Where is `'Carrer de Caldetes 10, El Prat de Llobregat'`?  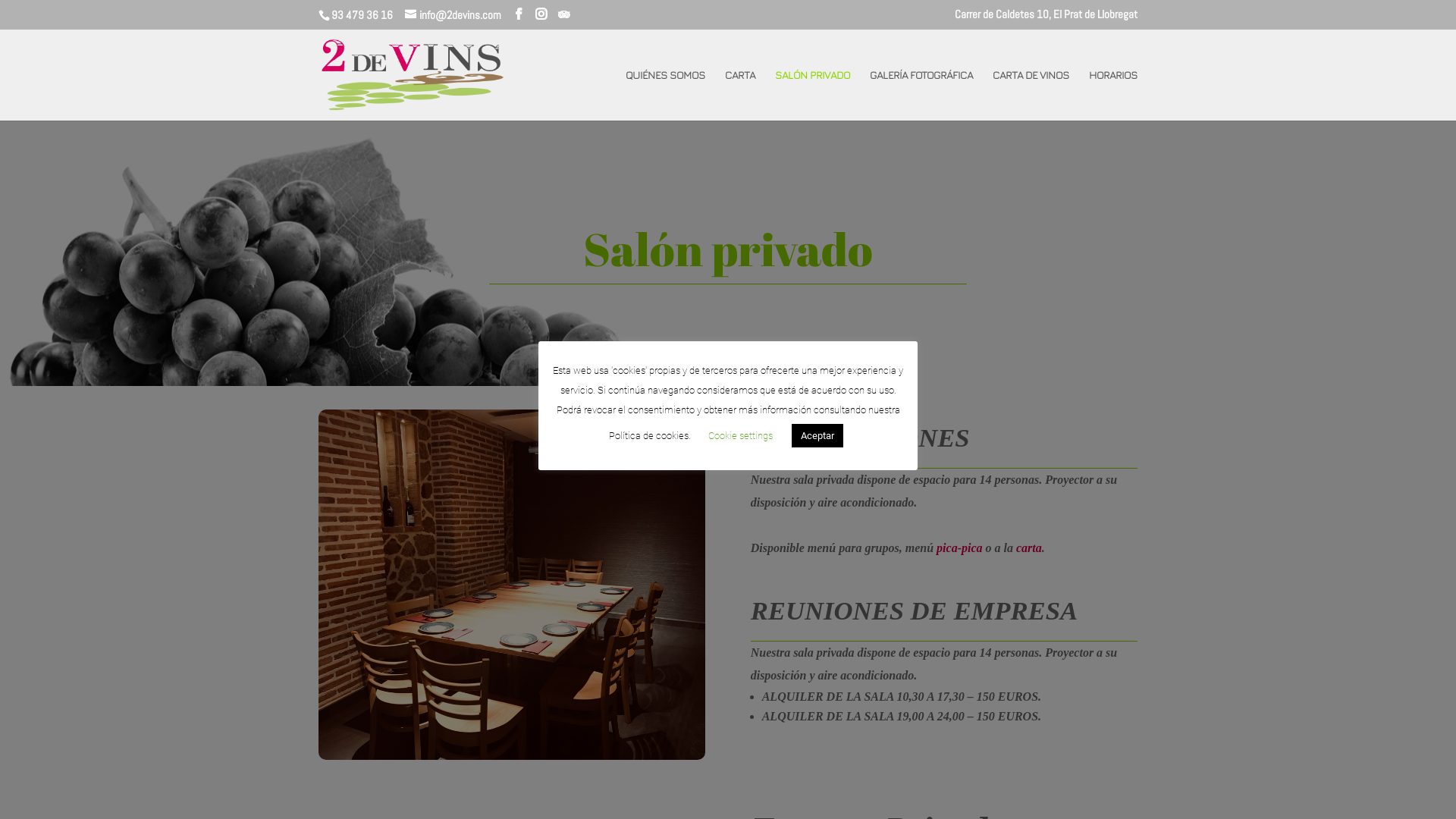
'Carrer de Caldetes 10, El Prat de Llobregat' is located at coordinates (1045, 17).